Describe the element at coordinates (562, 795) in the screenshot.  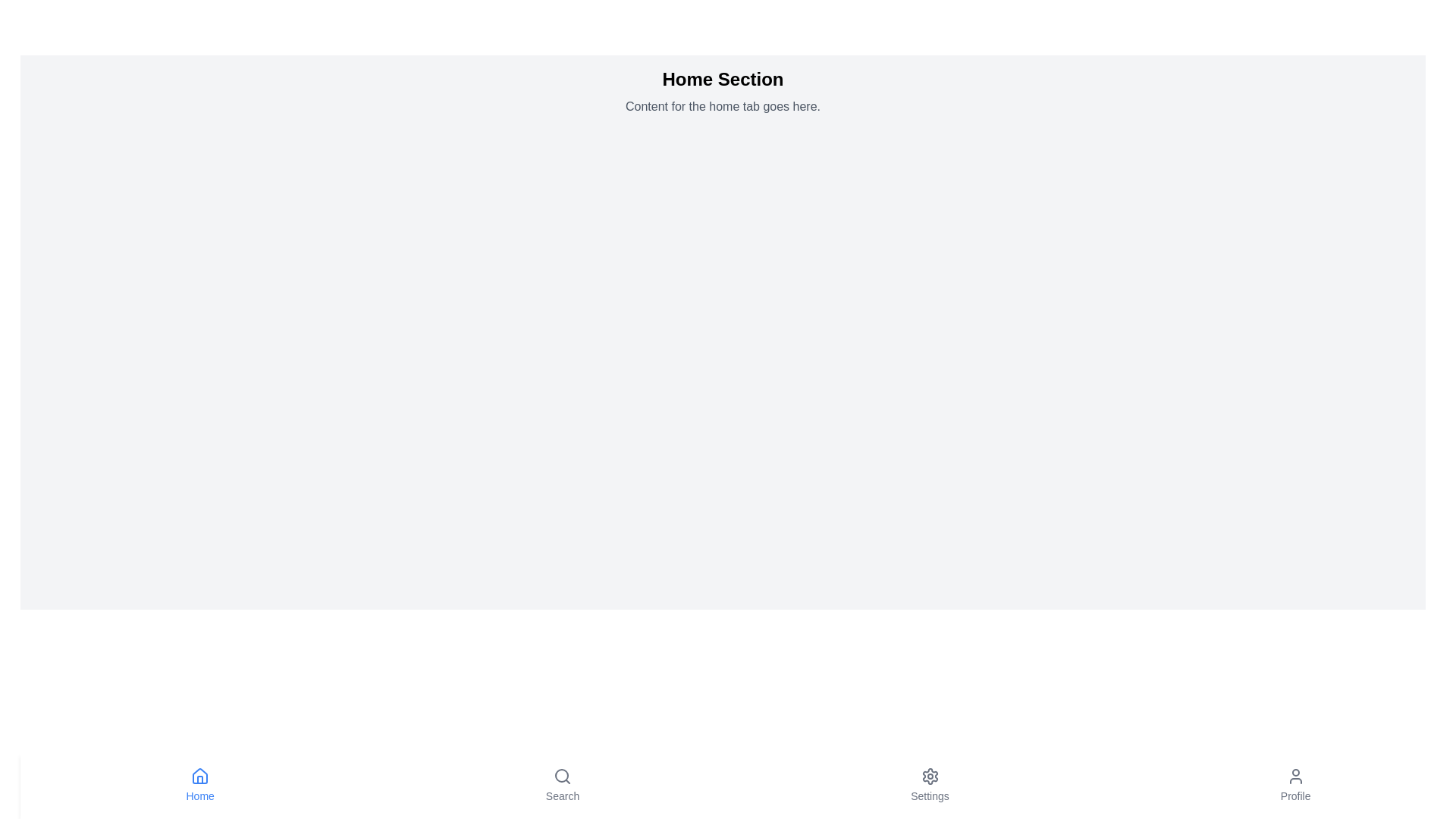
I see `the descriptive title text label for the 'Search' button in the bottom navigation bar, which is centrally positioned and the second item from the left` at that location.